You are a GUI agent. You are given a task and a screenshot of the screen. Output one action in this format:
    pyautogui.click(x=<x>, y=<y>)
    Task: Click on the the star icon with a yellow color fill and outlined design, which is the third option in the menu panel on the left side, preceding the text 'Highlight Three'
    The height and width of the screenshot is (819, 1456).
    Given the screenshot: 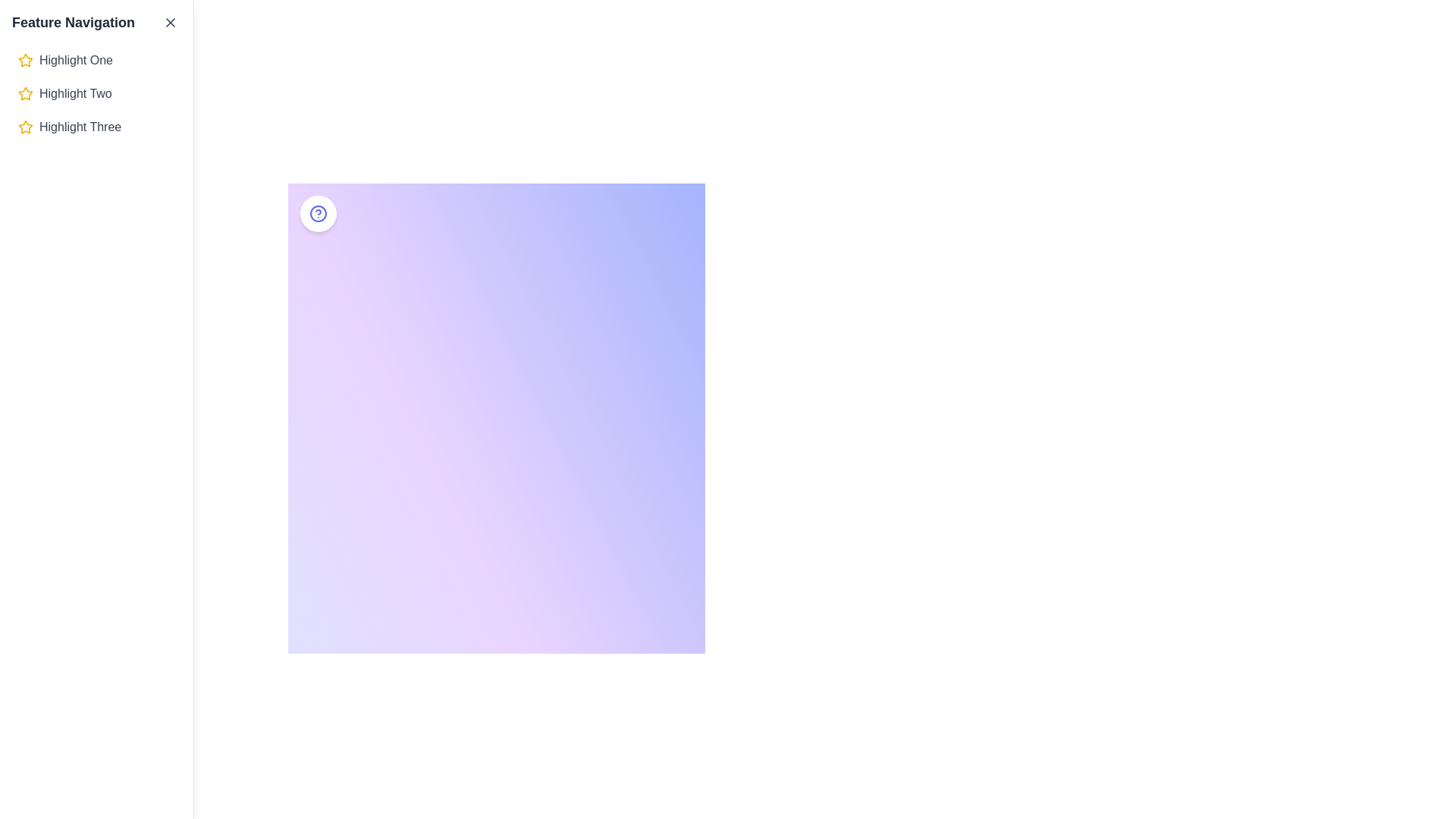 What is the action you would take?
    pyautogui.click(x=25, y=127)
    